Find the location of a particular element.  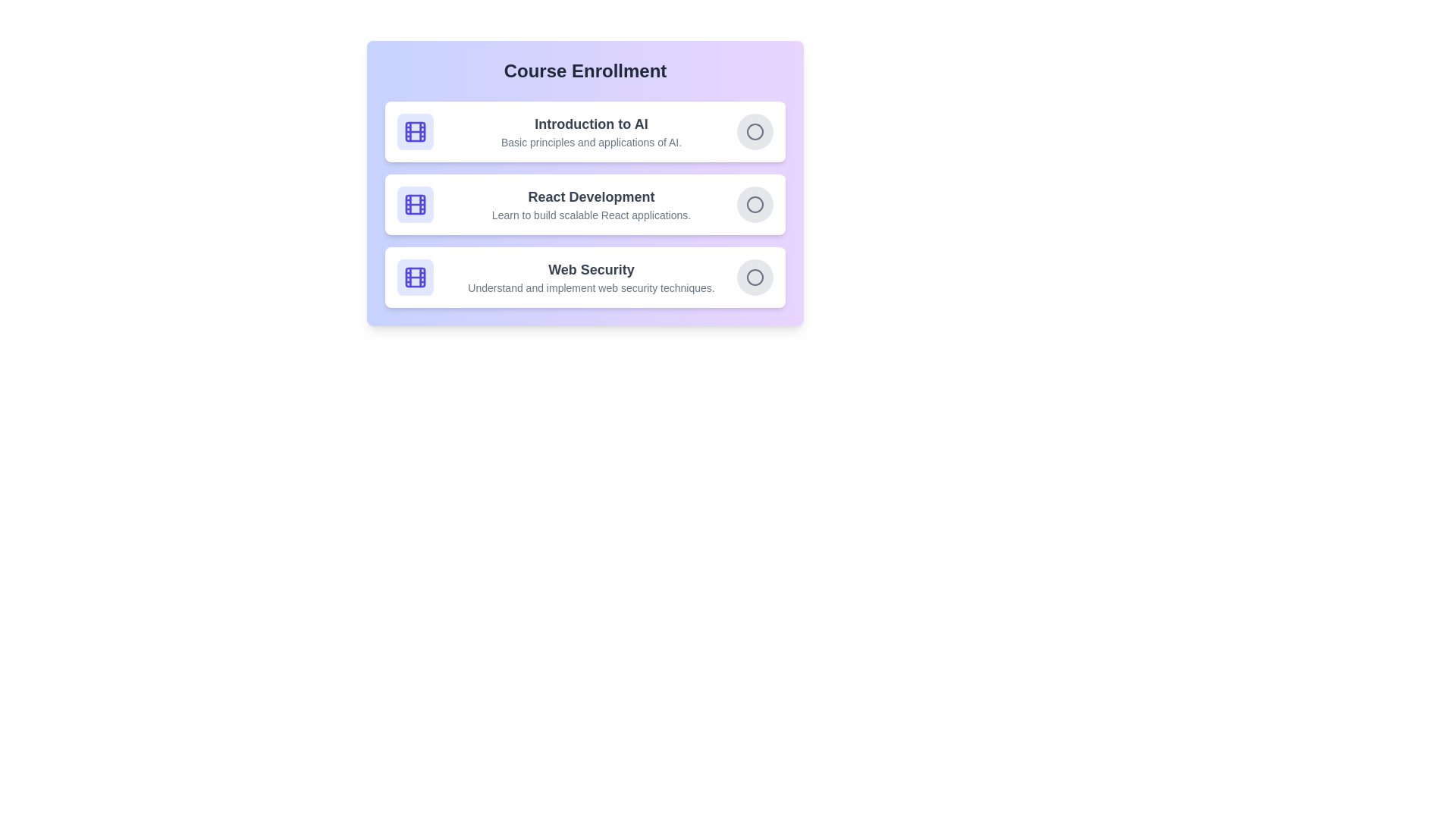

the course title and description for Web Security is located at coordinates (590, 268).